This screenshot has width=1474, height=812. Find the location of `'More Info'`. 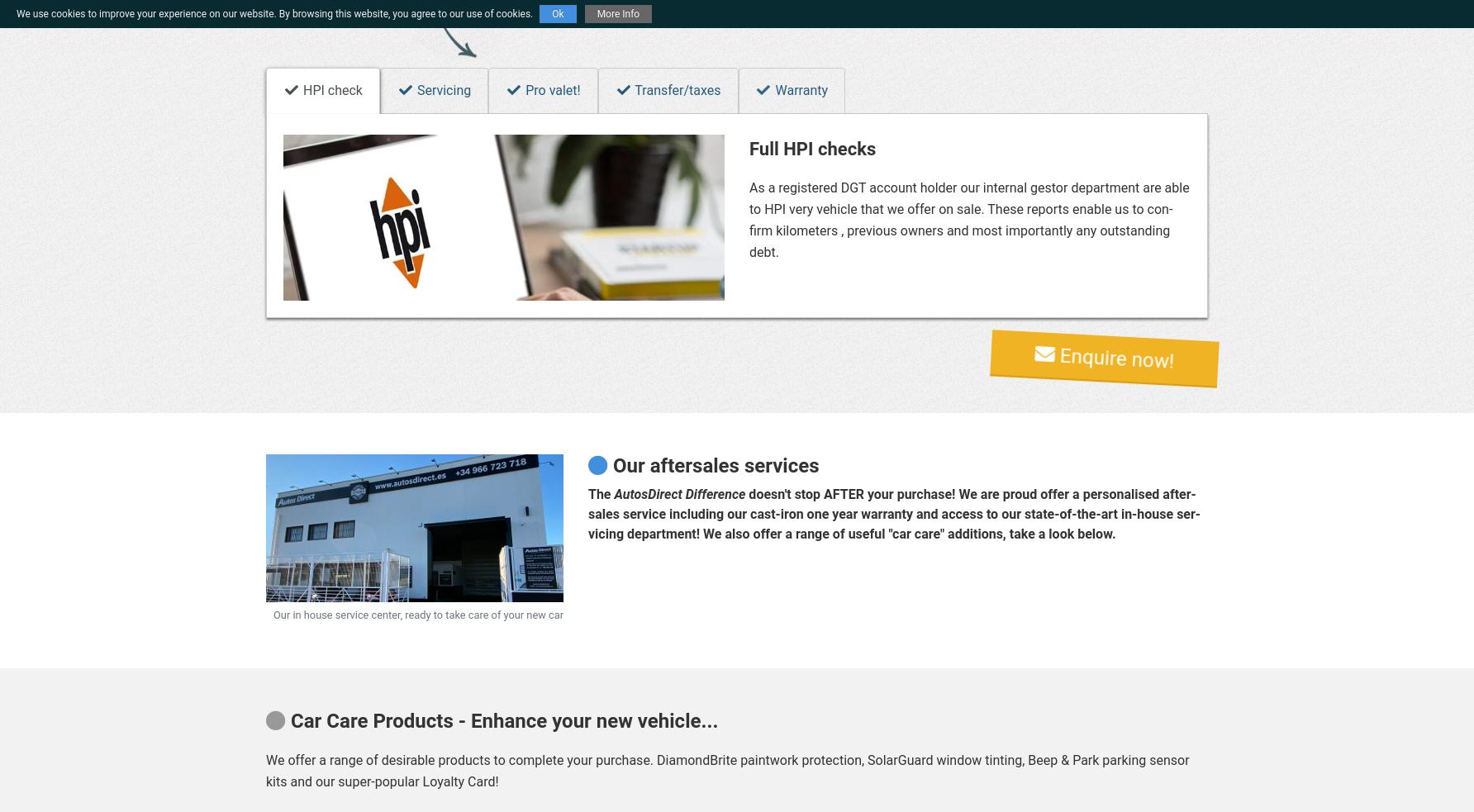

'More Info' is located at coordinates (618, 13).